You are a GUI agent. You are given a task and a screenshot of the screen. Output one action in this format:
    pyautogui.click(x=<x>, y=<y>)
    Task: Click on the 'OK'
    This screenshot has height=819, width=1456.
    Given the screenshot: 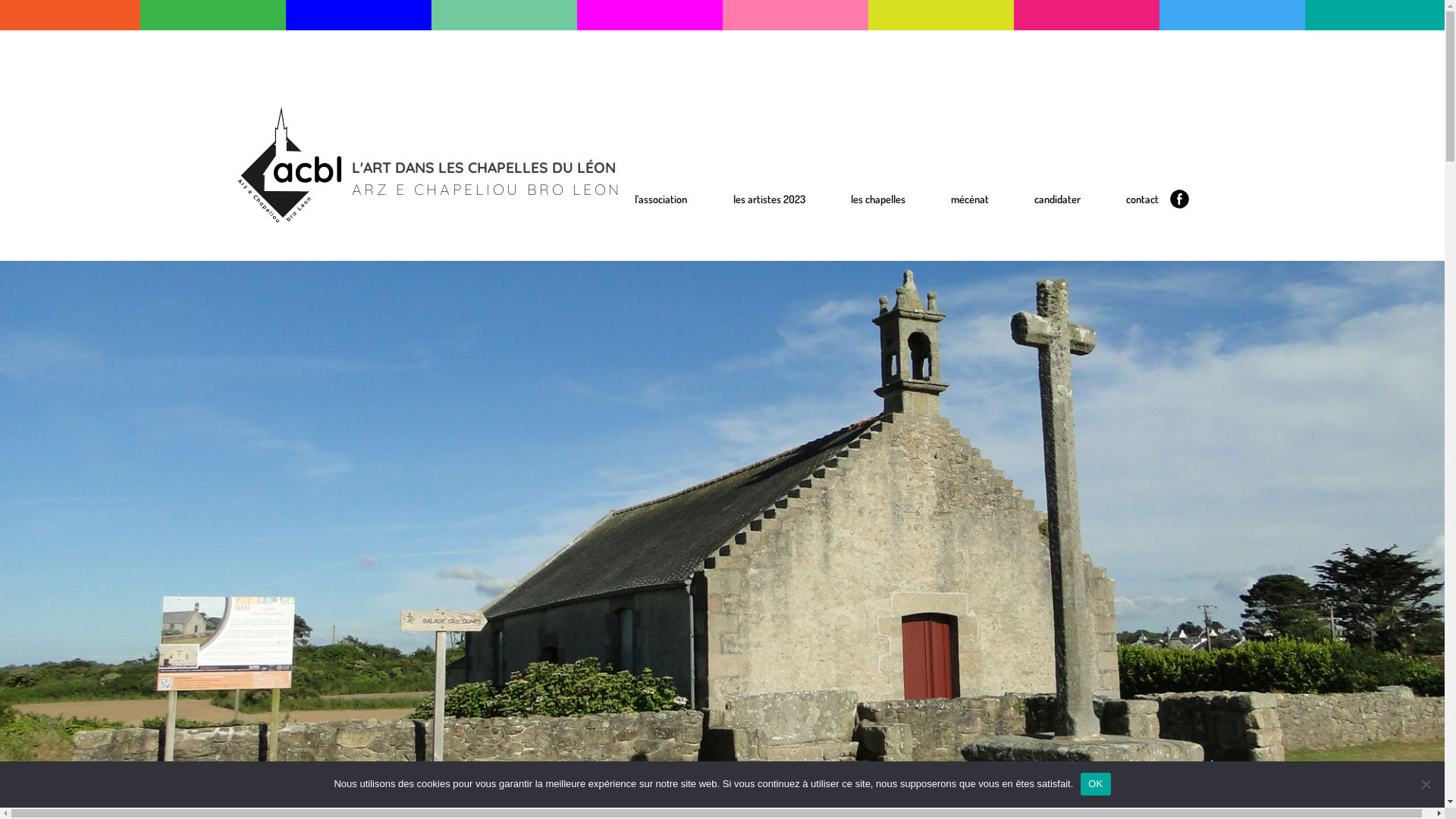 What is the action you would take?
    pyautogui.click(x=1080, y=783)
    